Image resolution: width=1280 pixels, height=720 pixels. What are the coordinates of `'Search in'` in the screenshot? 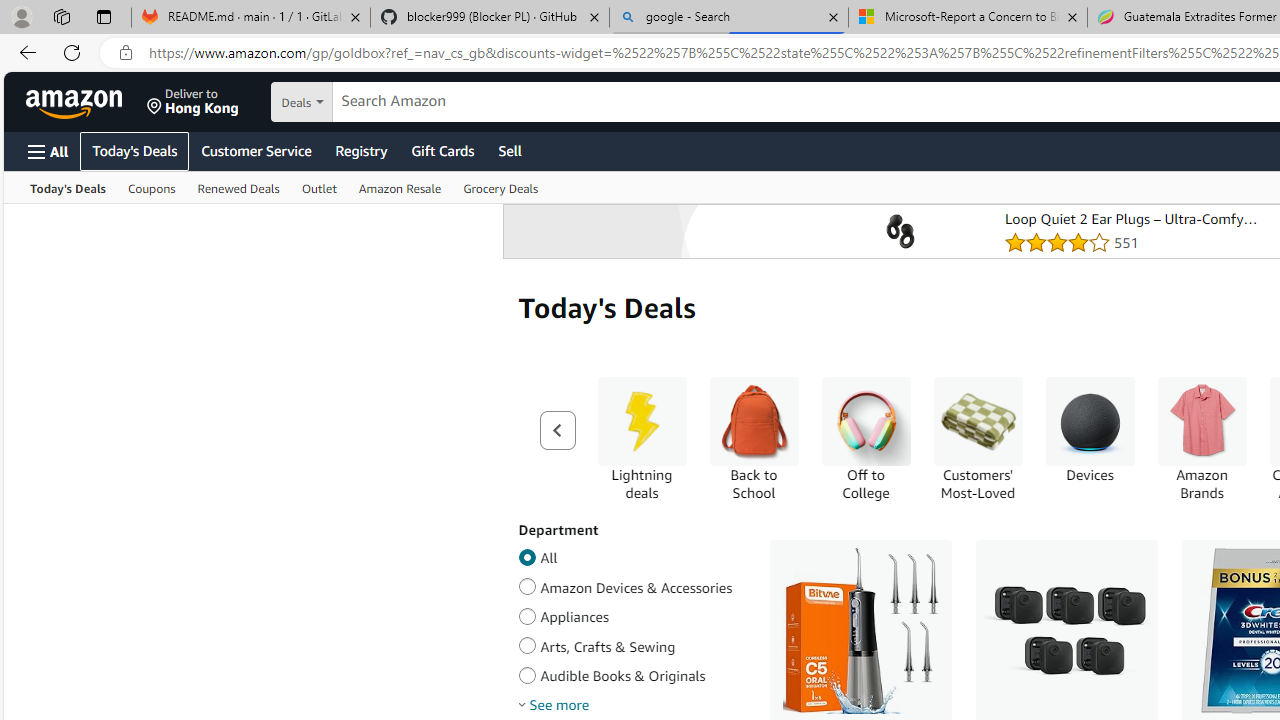 It's located at (371, 102).